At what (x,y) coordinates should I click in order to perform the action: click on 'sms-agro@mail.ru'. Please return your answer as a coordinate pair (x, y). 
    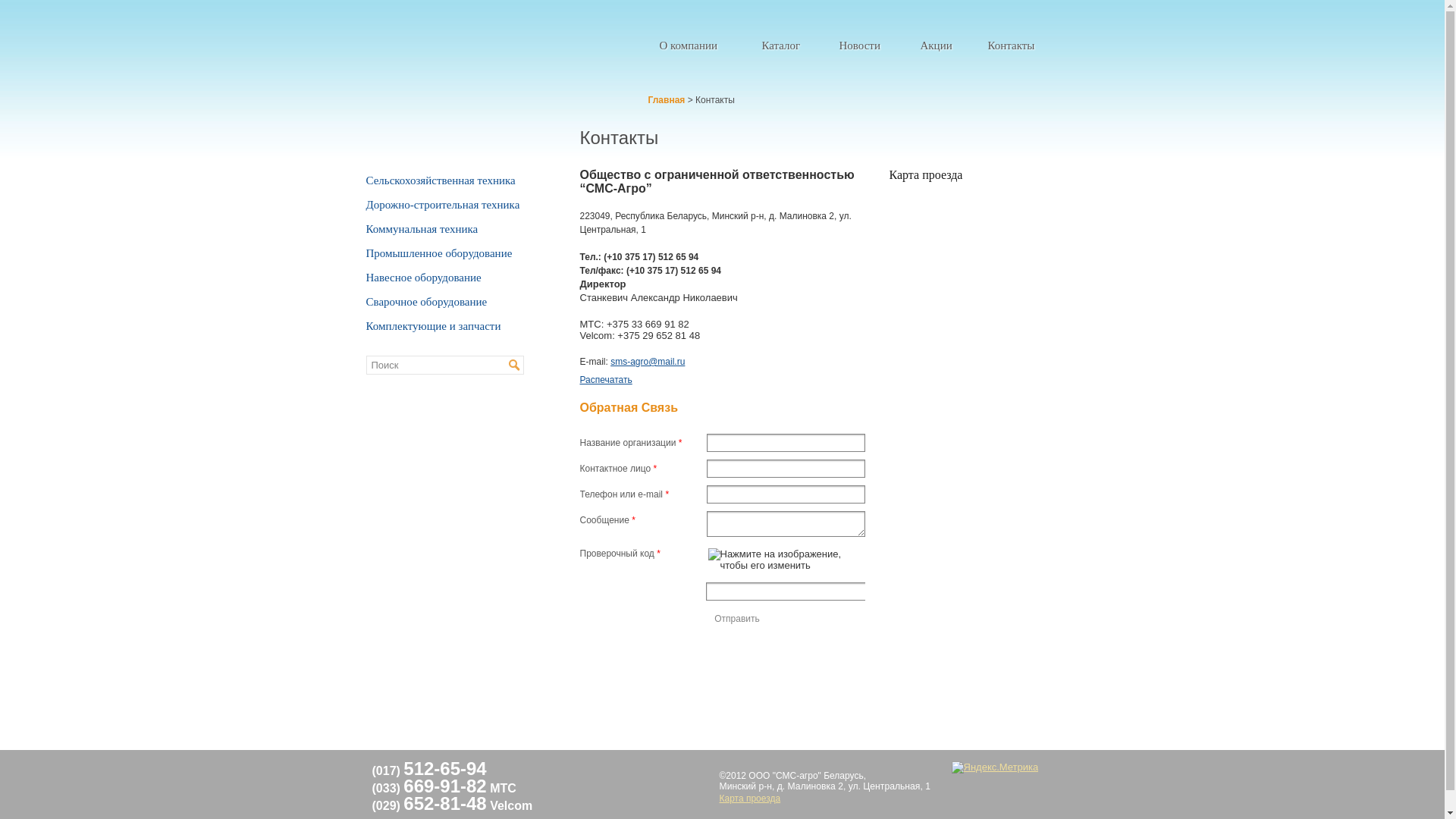
    Looking at the image, I should click on (648, 362).